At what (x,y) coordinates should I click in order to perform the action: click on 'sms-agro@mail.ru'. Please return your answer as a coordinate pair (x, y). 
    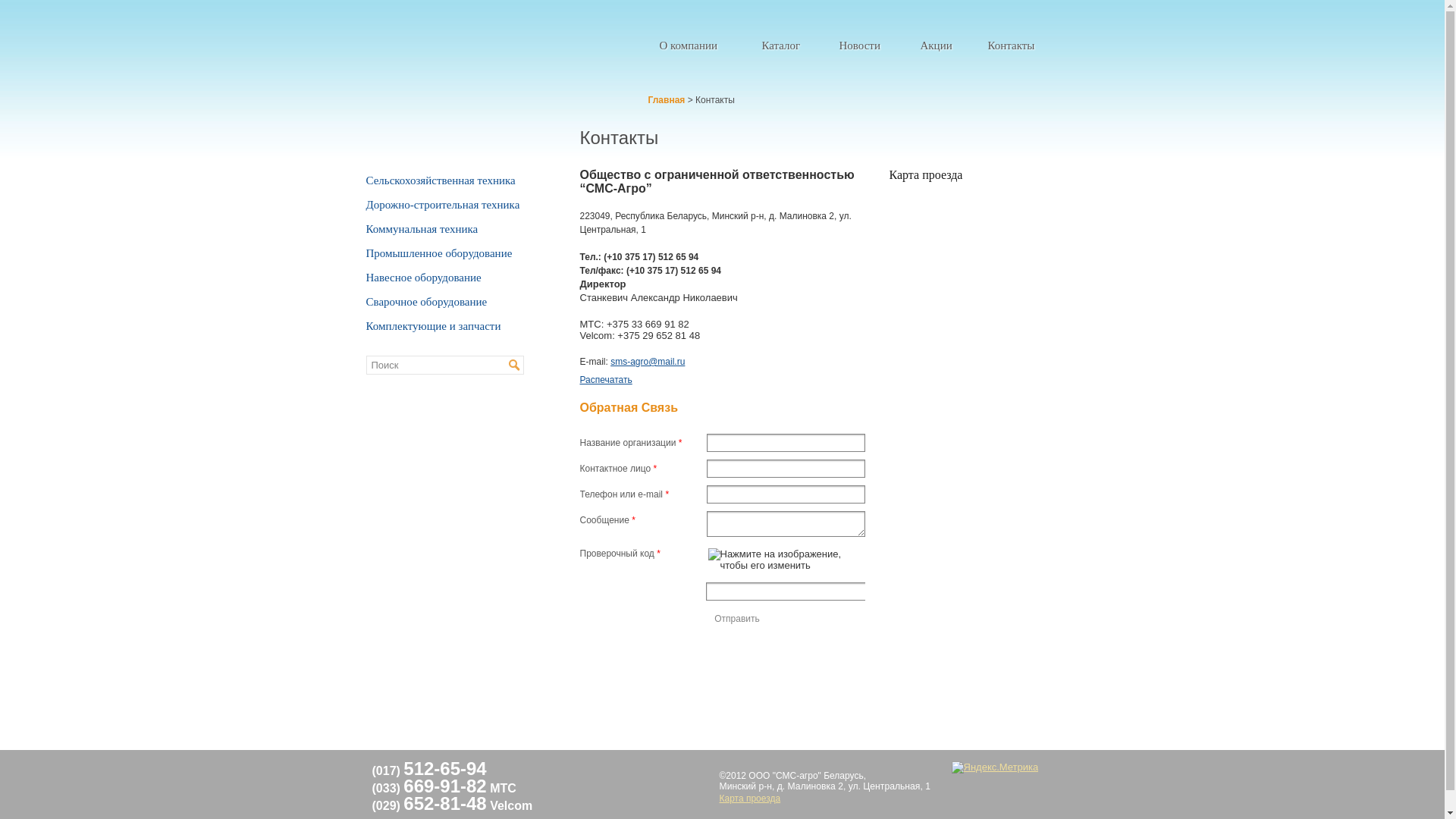
    Looking at the image, I should click on (648, 362).